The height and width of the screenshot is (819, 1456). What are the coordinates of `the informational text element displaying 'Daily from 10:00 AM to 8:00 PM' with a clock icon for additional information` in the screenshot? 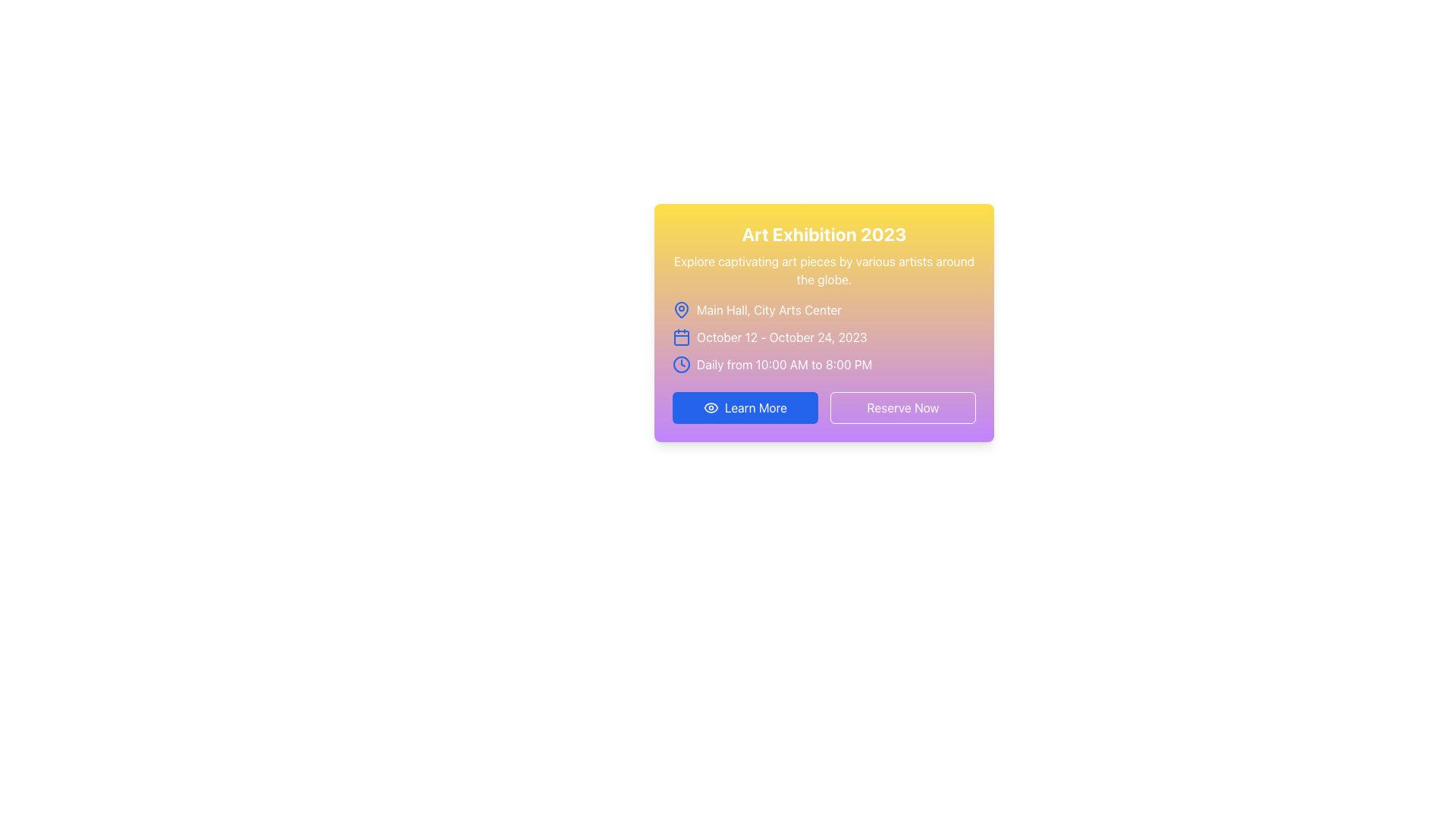 It's located at (823, 365).